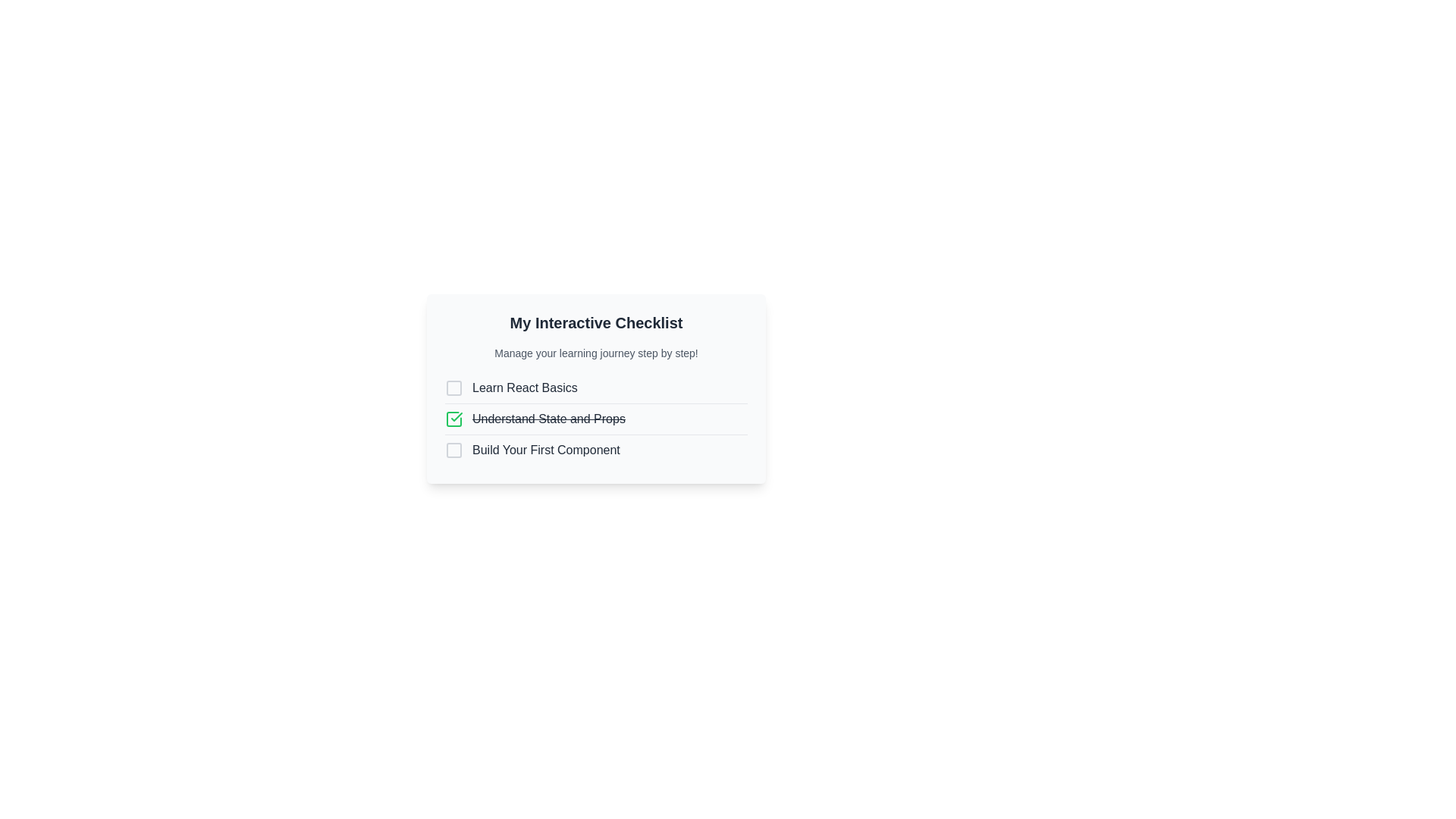  What do you see at coordinates (595, 388) in the screenshot?
I see `the checkbox for the 'Learn React Basics' checklist item to mark it as complete` at bounding box center [595, 388].